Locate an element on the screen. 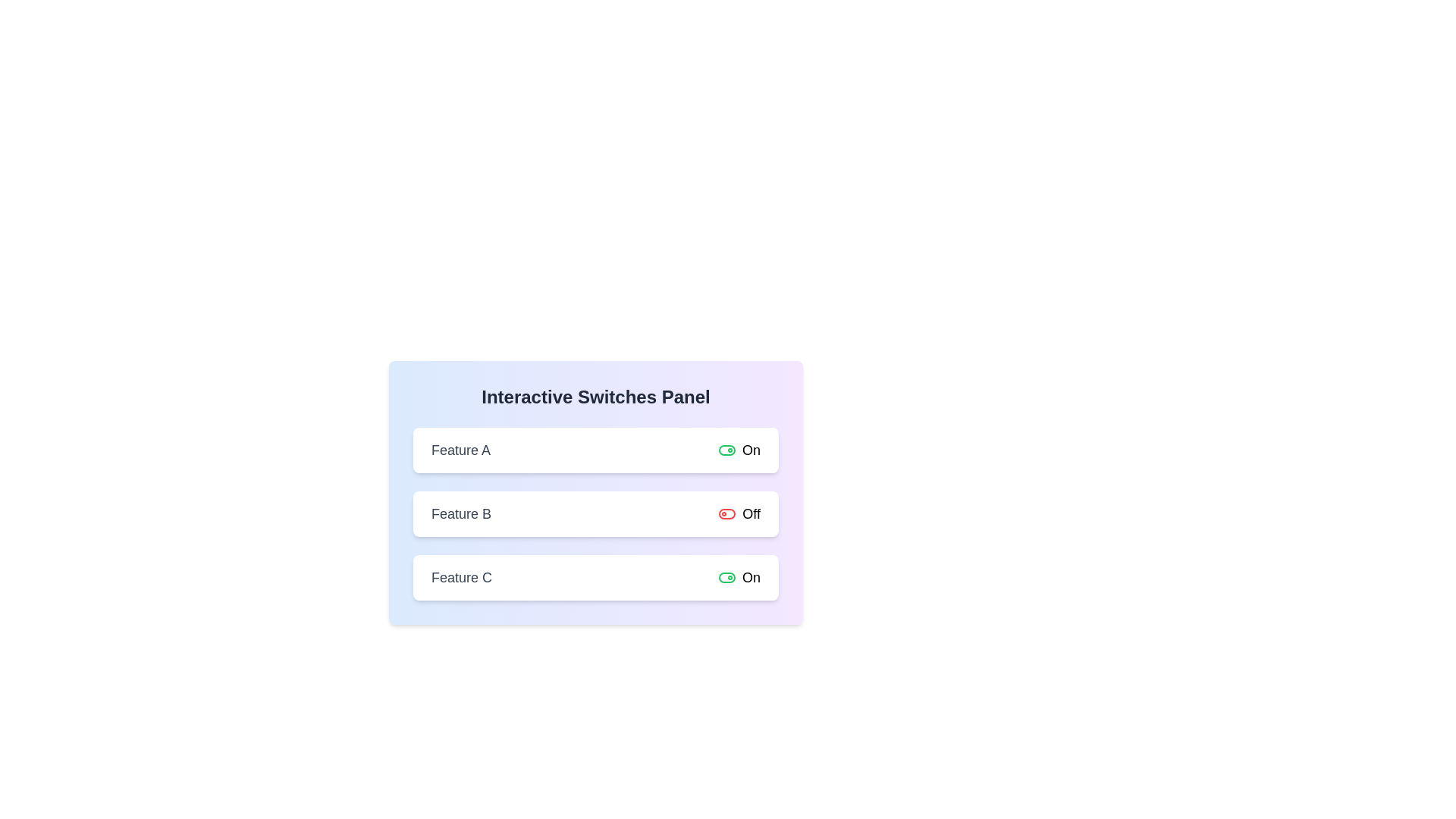 This screenshot has width=1456, height=819. the title of the panel to interact with it is located at coordinates (595, 397).